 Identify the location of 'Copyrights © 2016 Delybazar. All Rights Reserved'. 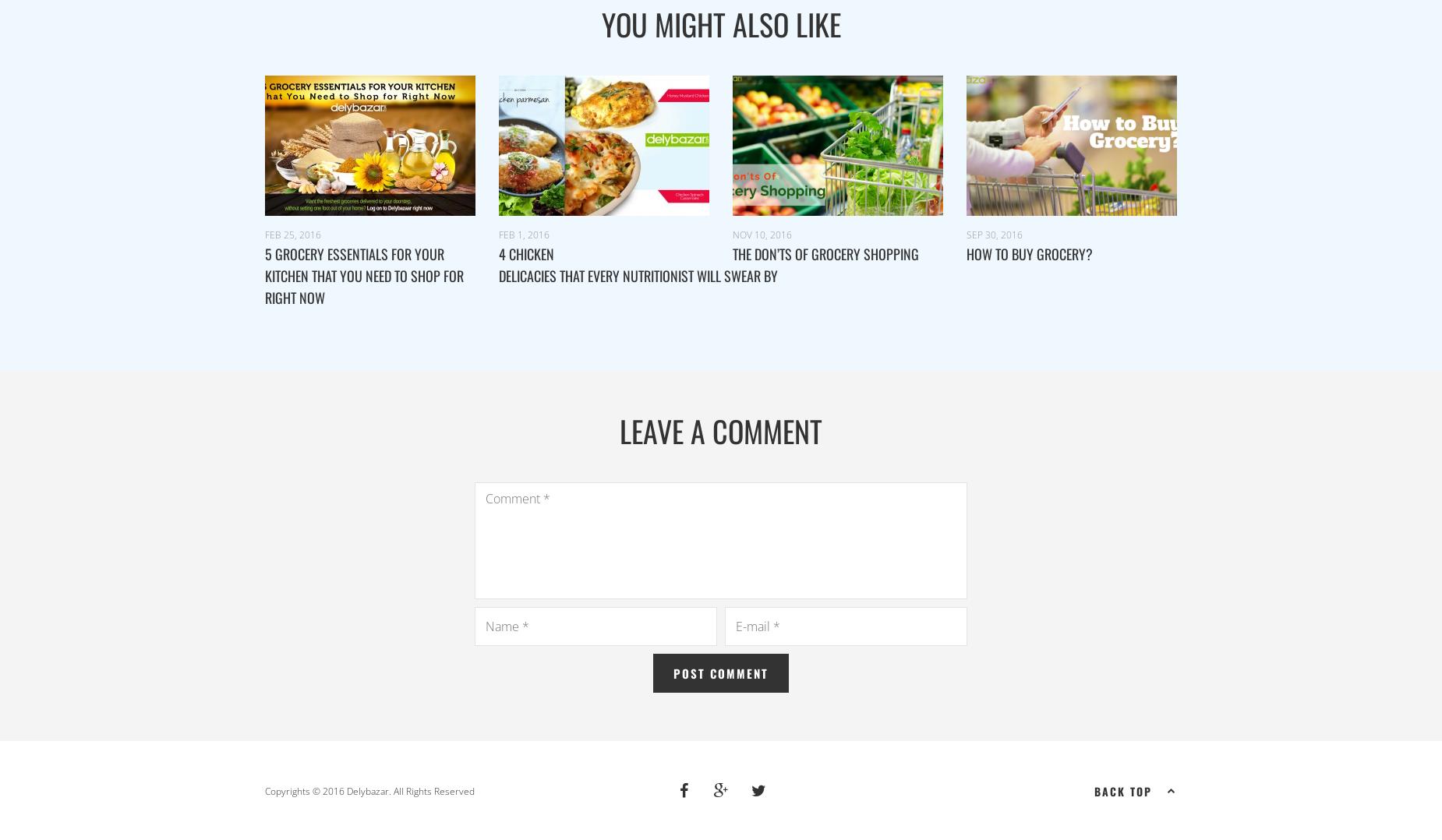
(369, 789).